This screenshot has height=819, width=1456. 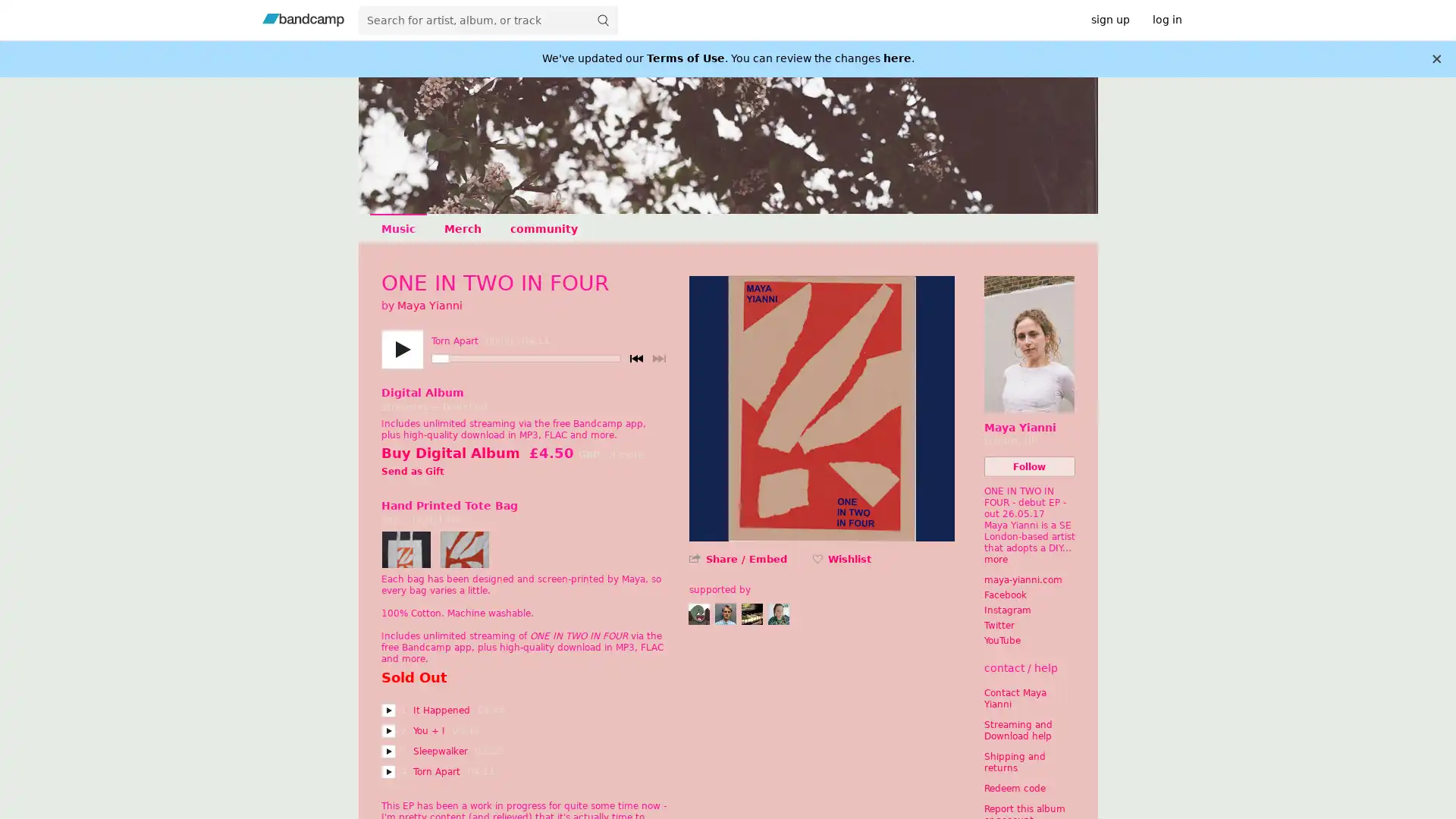 What do you see at coordinates (635, 359) in the screenshot?
I see `Previous track` at bounding box center [635, 359].